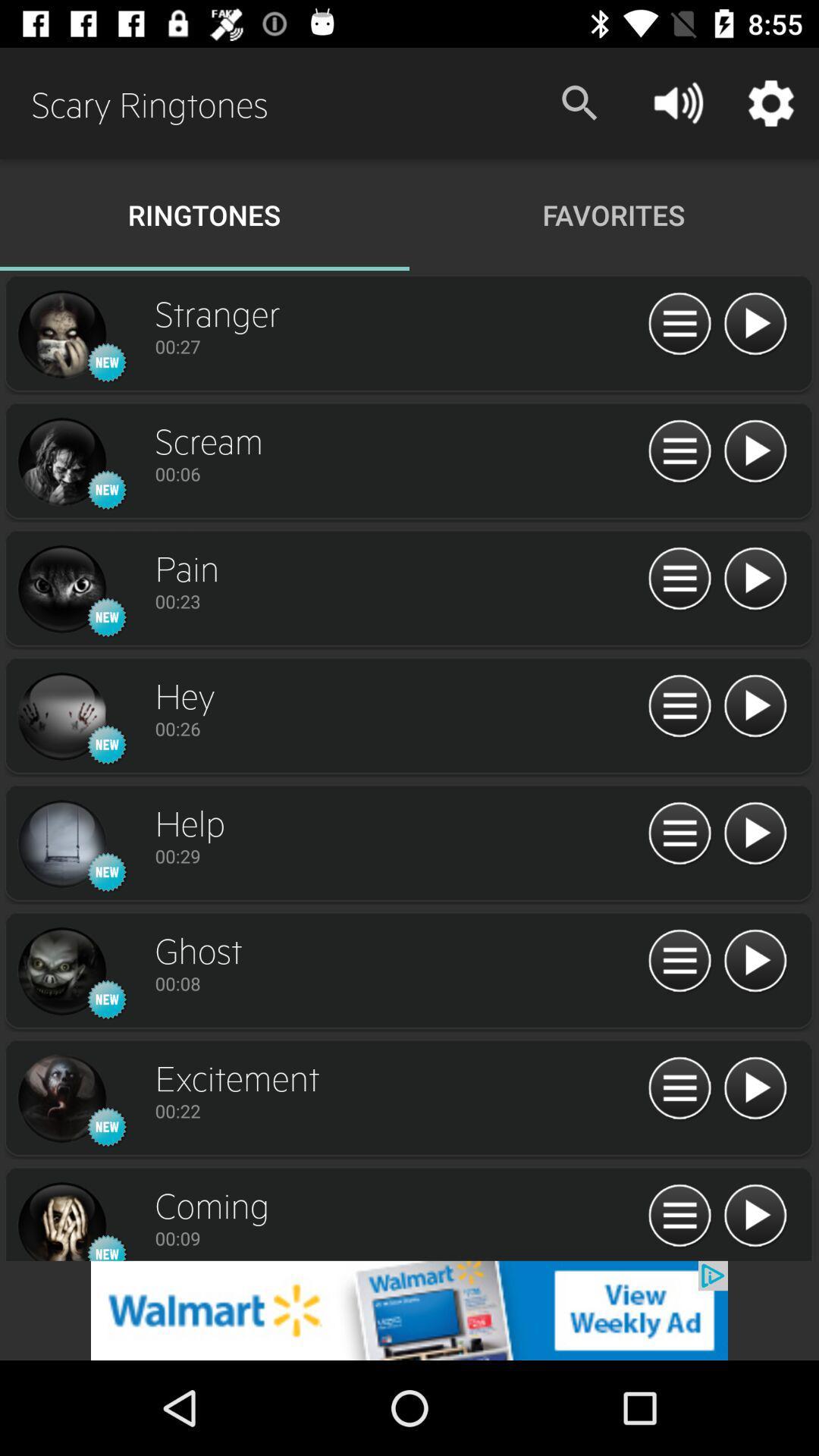 This screenshot has width=819, height=1456. What do you see at coordinates (755, 706) in the screenshot?
I see `click play button` at bounding box center [755, 706].